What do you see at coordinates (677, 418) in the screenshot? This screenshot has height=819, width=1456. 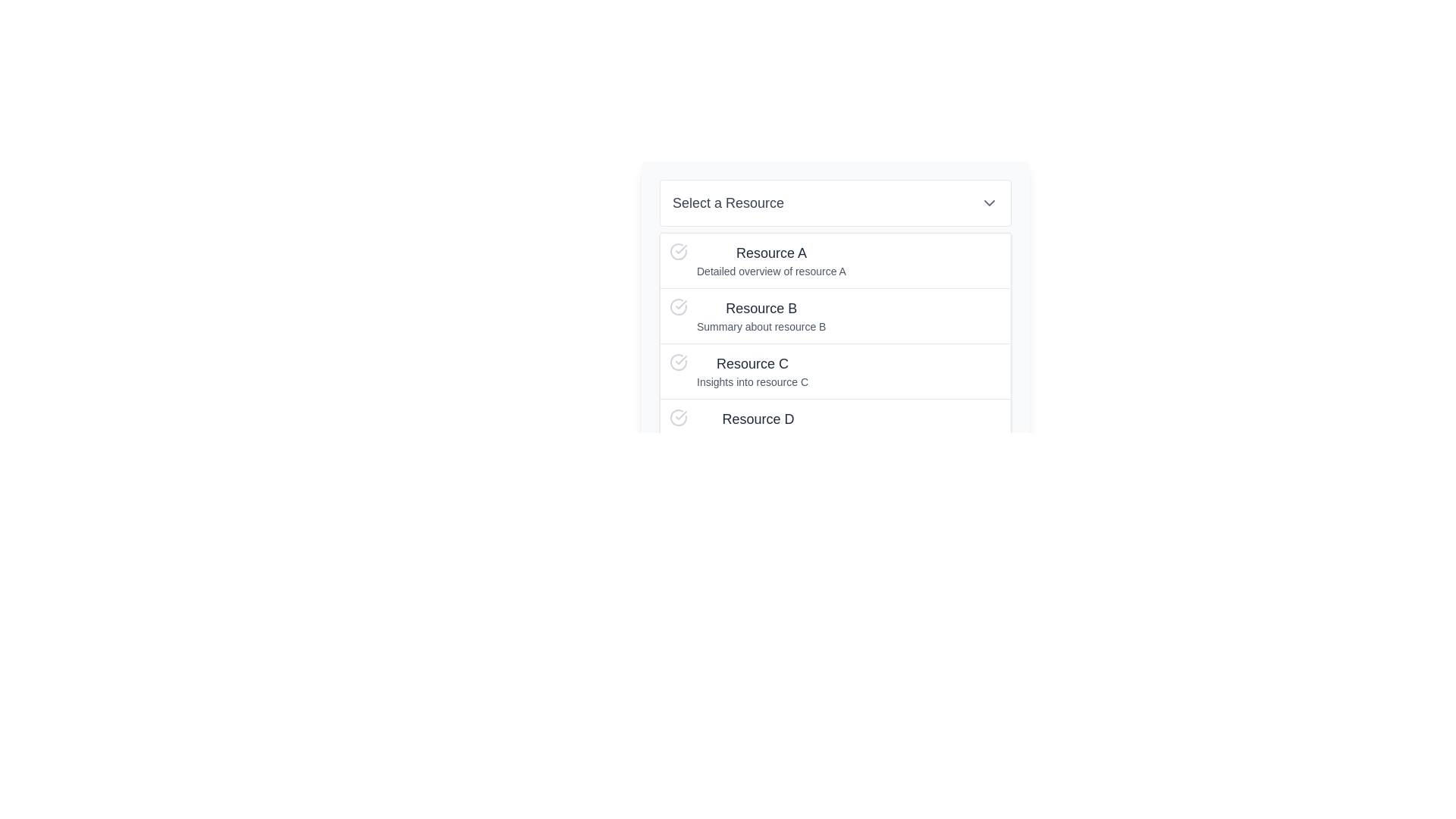 I see `the circular checkmark icon on the left side of the 'Resource D' list item, which has a thin black outline and light gray fill` at bounding box center [677, 418].